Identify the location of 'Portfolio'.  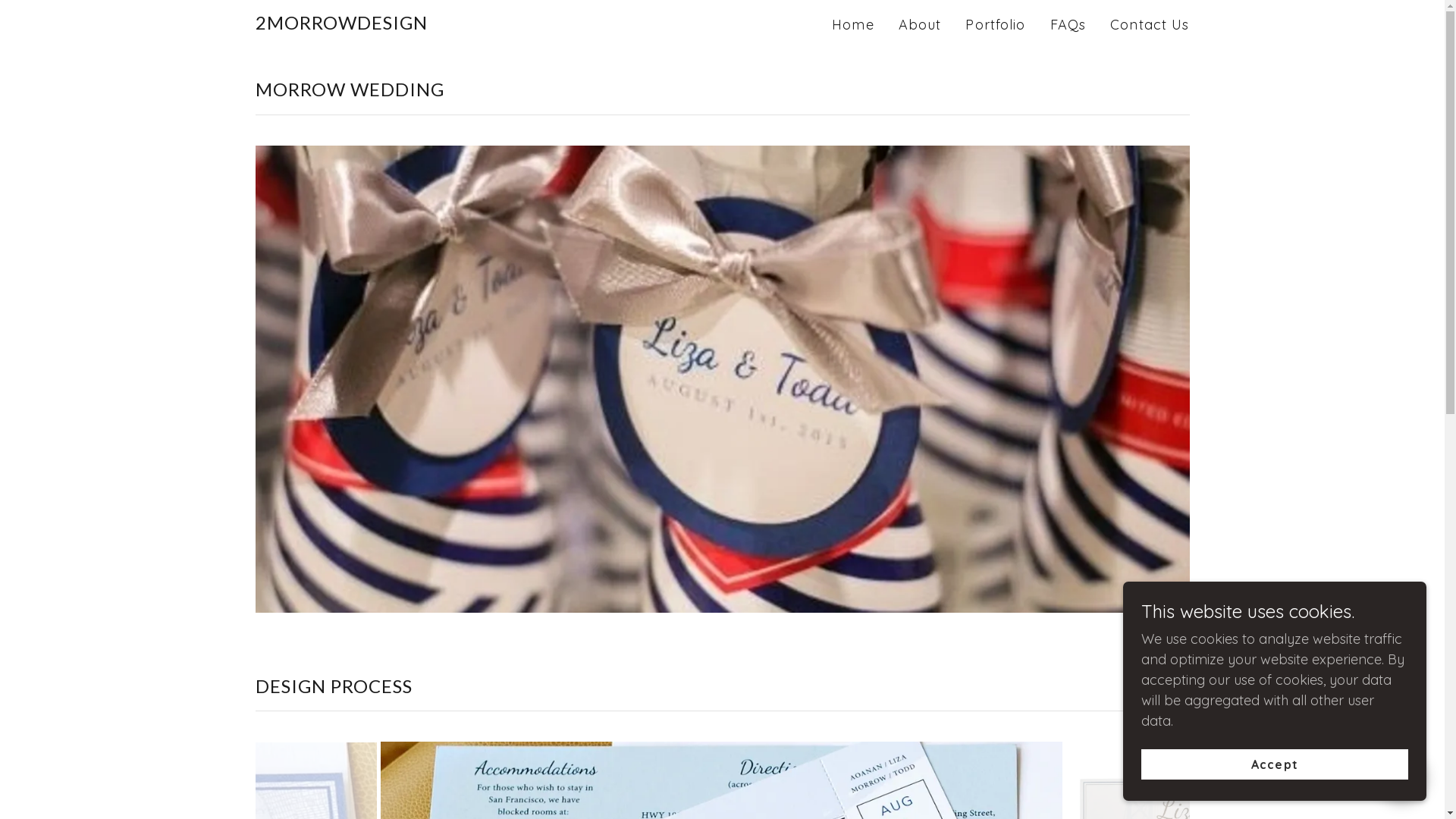
(995, 25).